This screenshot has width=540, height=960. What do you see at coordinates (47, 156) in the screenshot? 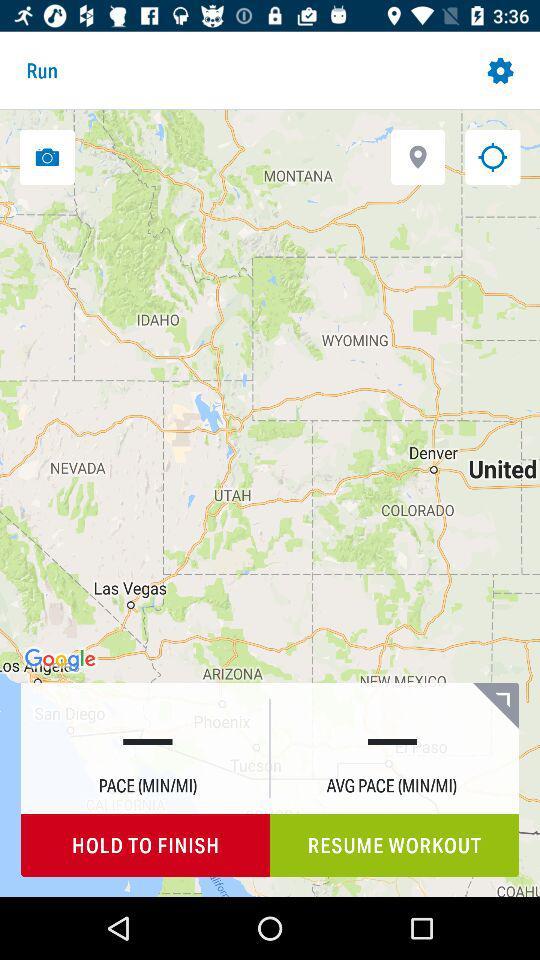
I see `take photo of map` at bounding box center [47, 156].